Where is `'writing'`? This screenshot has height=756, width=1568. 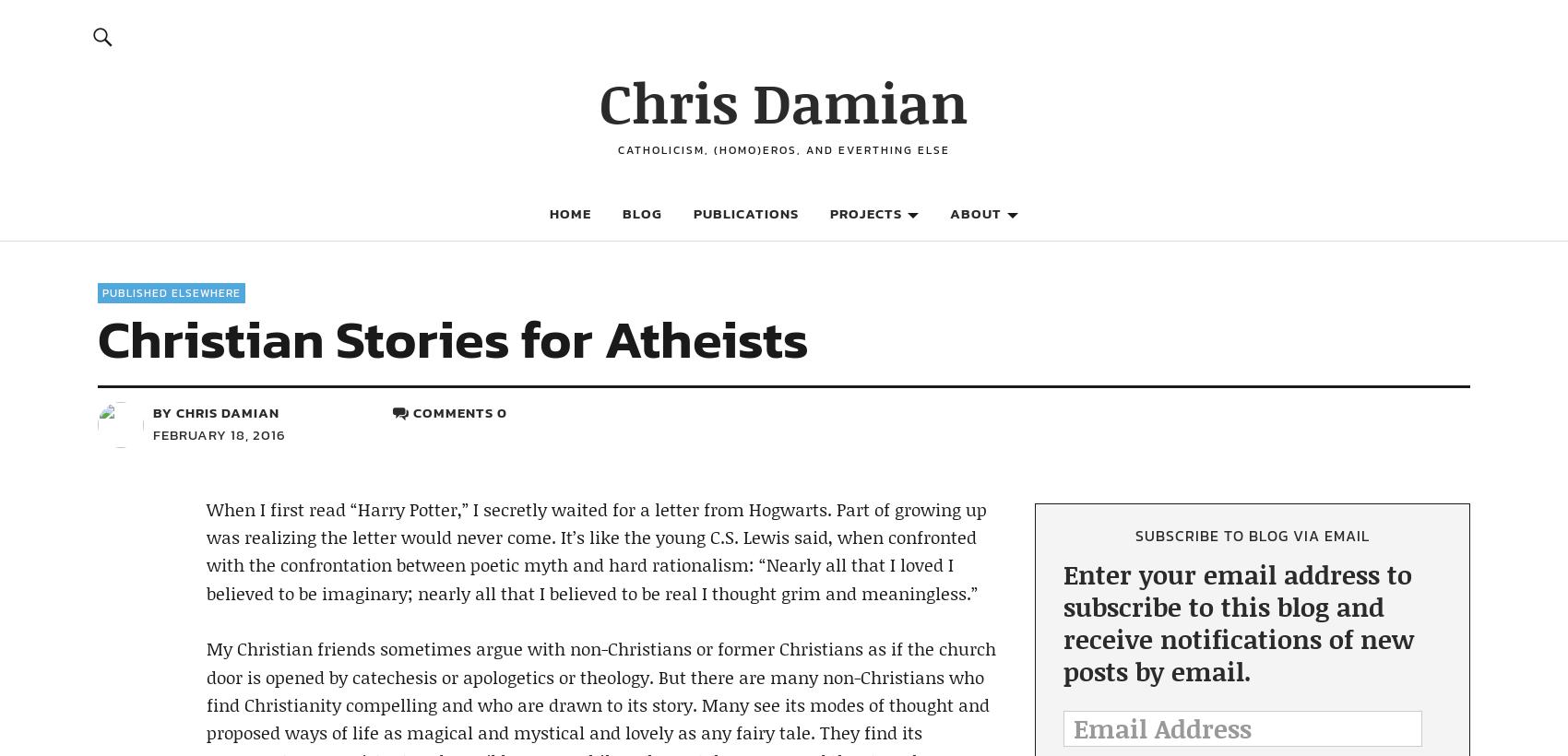
'writing' is located at coordinates (880, 499).